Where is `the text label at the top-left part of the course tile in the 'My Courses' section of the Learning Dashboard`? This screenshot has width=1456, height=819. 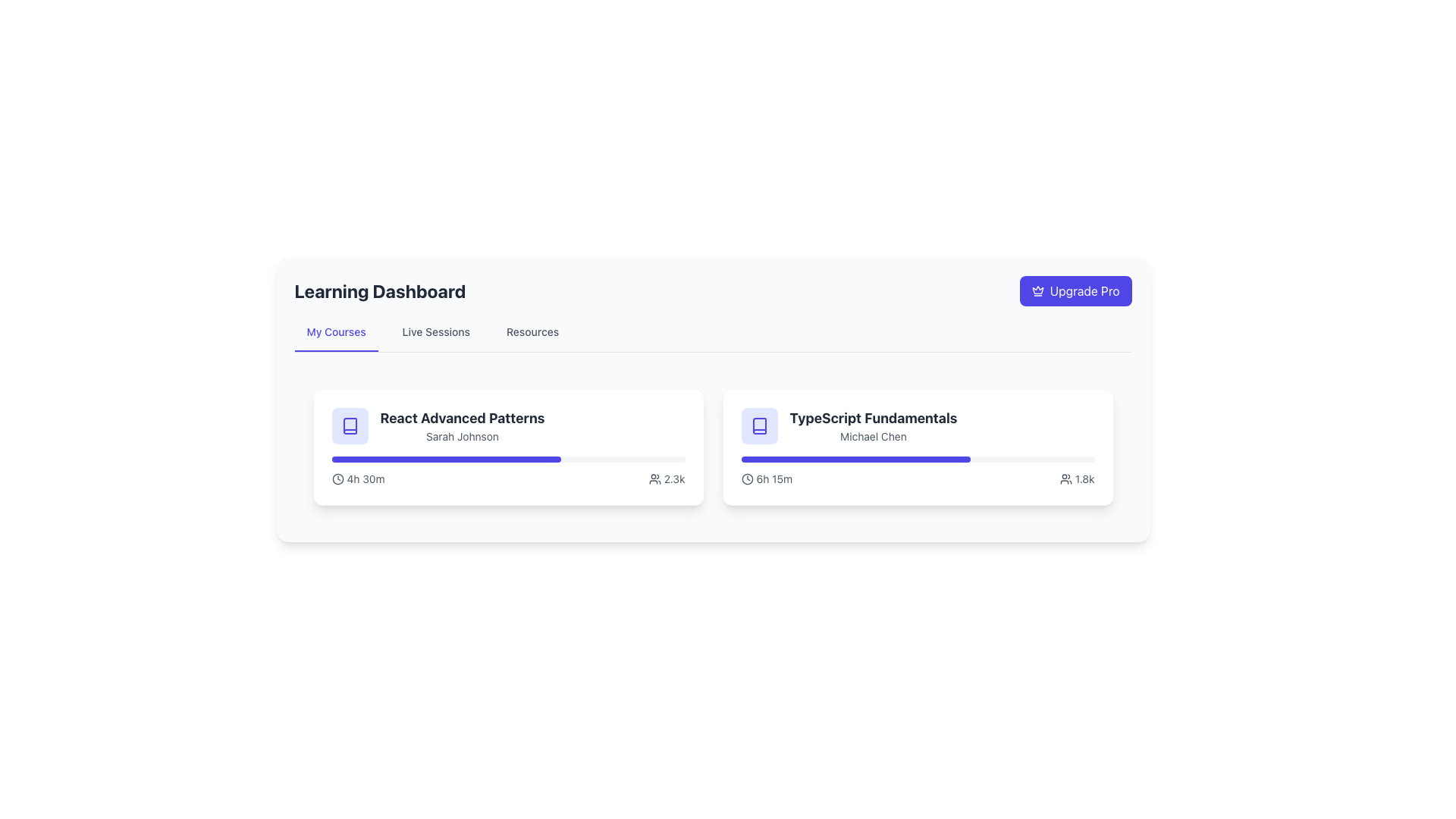 the text label at the top-left part of the course tile in the 'My Courses' section of the Learning Dashboard is located at coordinates (508, 426).